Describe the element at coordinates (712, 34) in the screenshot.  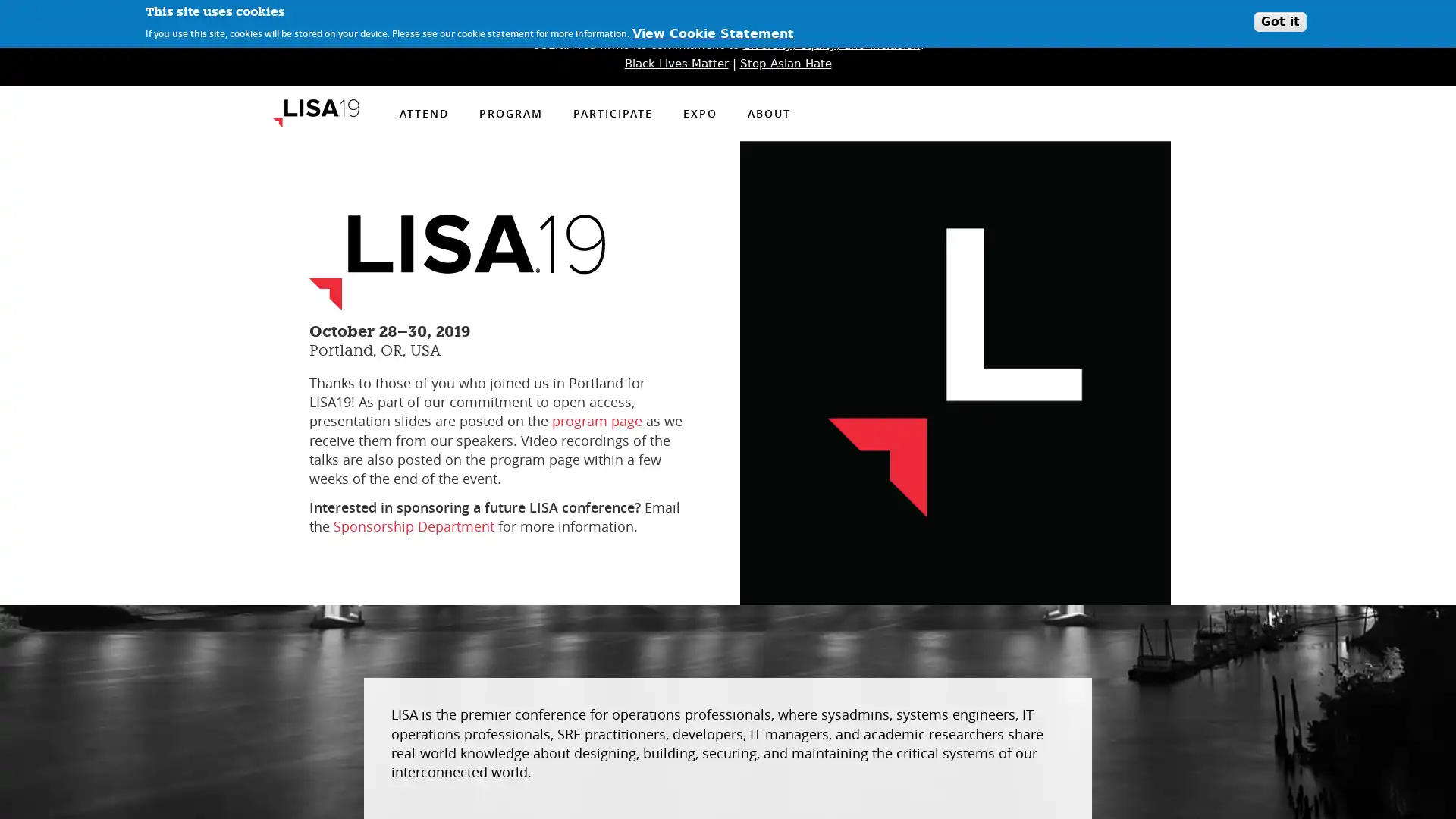
I see `View Cookie Statement` at that location.